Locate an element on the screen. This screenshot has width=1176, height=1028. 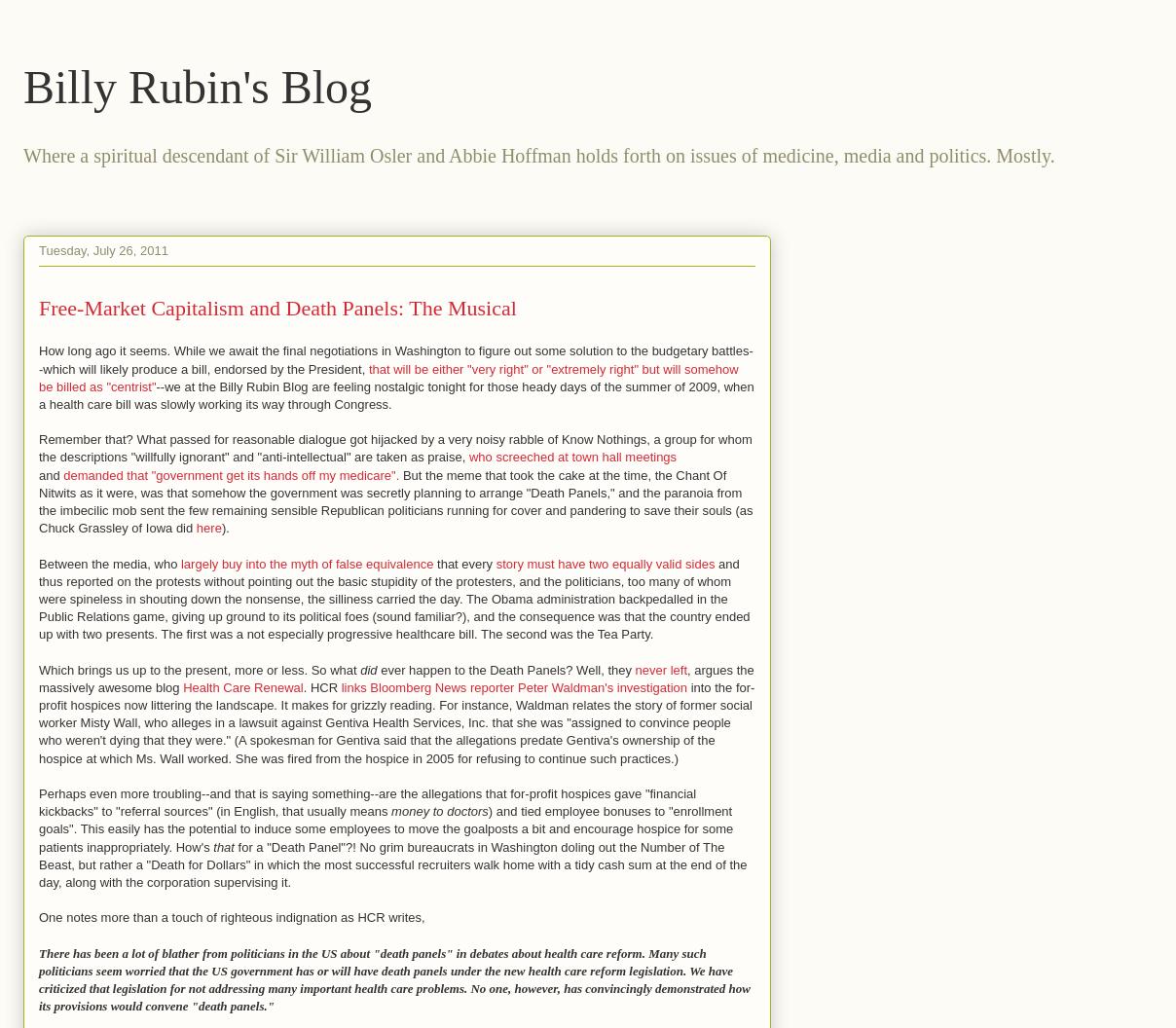
'ever happen to the Death Panels? Well, they' is located at coordinates (505, 669).